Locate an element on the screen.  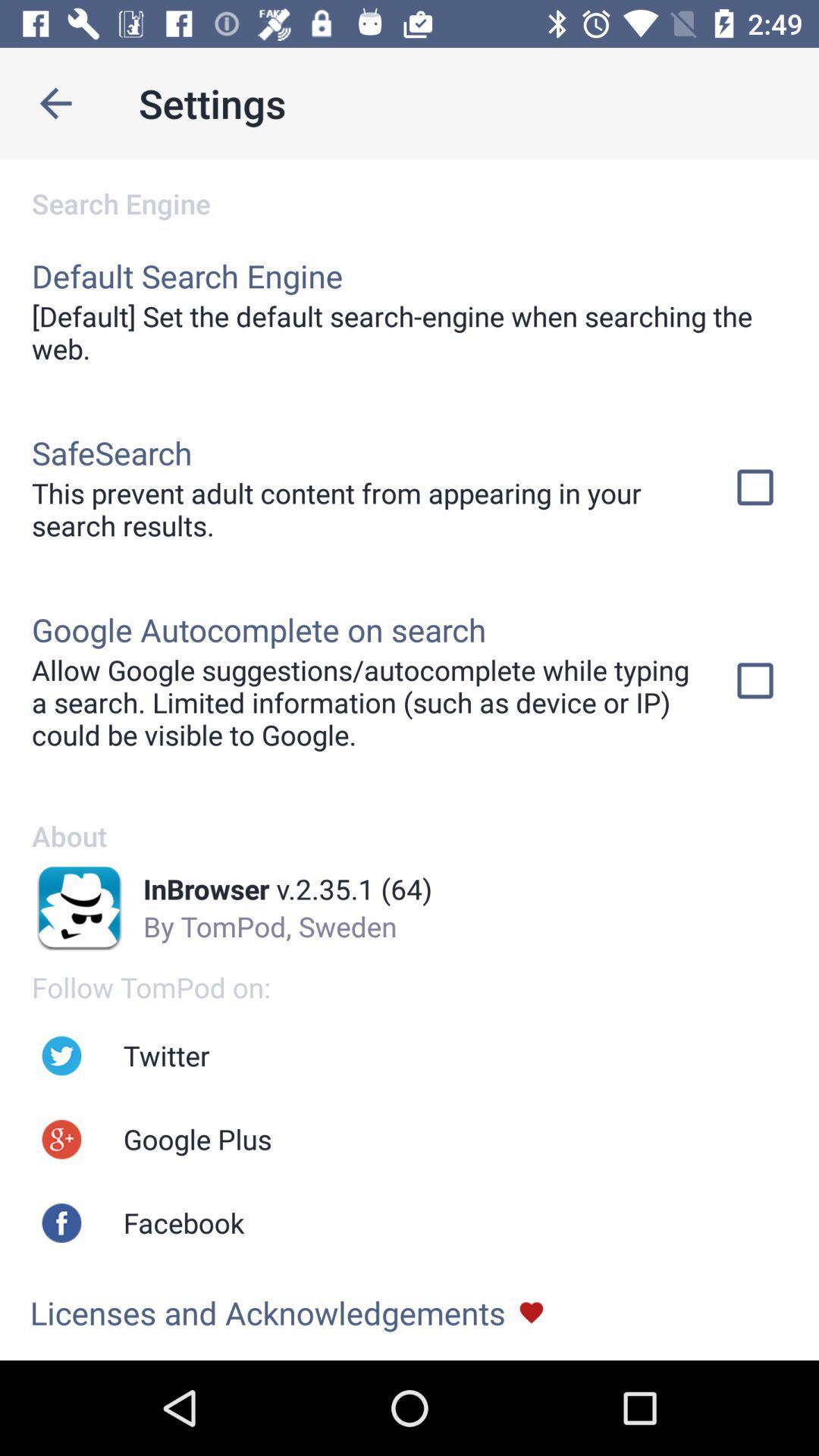
the twitter item is located at coordinates (166, 1055).